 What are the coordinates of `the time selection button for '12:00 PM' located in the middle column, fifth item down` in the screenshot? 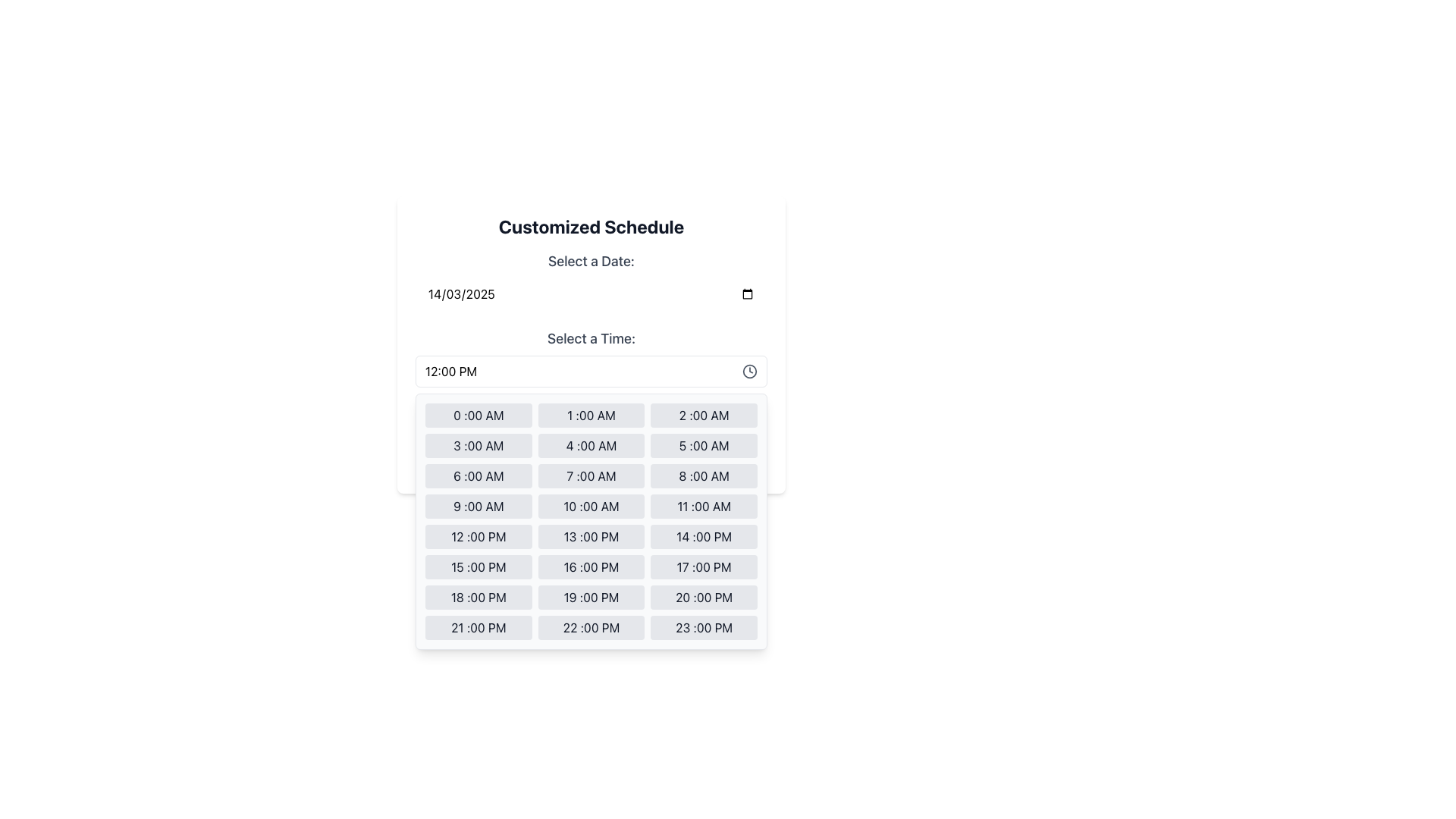 It's located at (477, 536).